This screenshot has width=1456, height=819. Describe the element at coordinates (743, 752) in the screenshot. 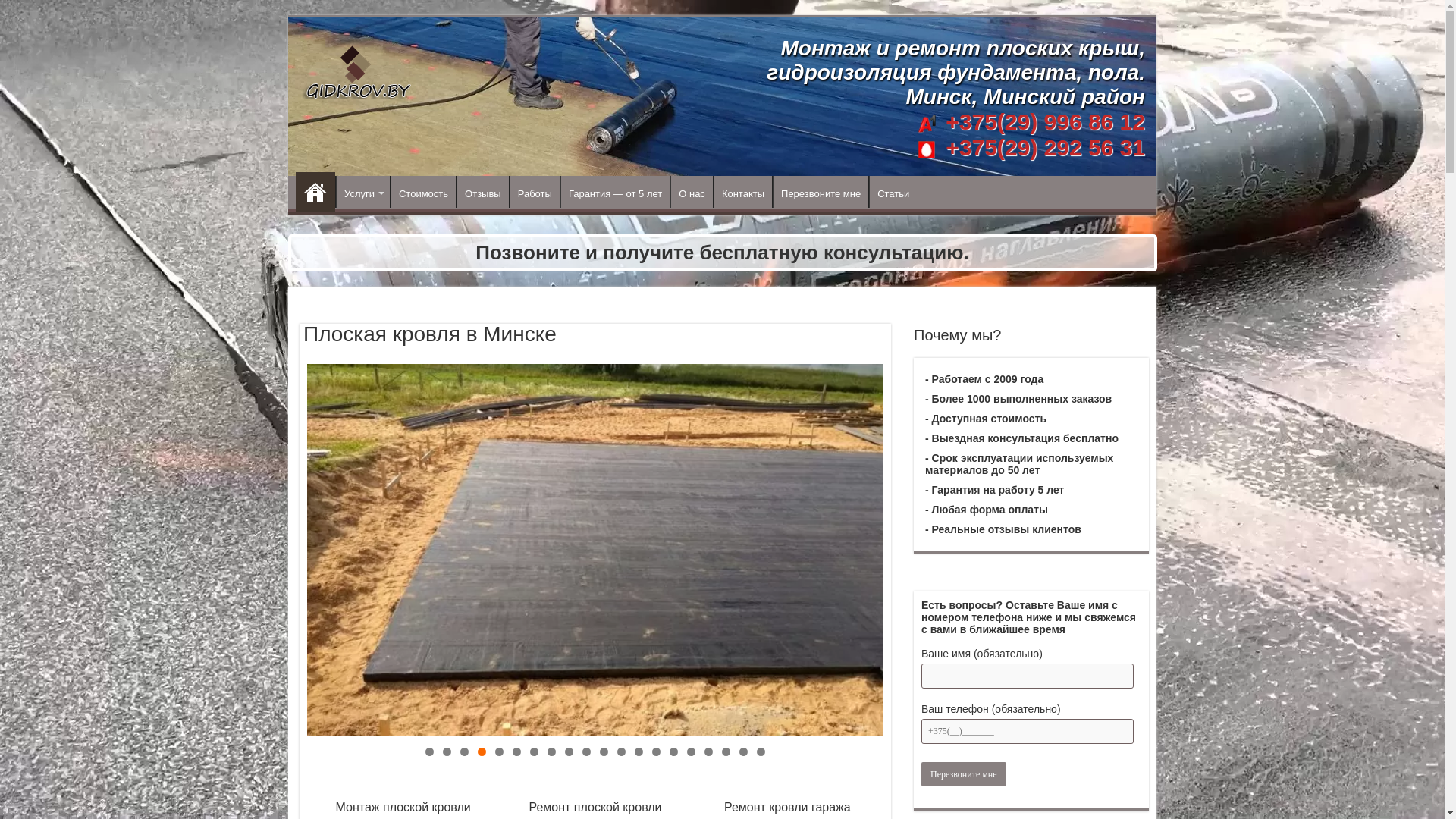

I see `'19'` at that location.